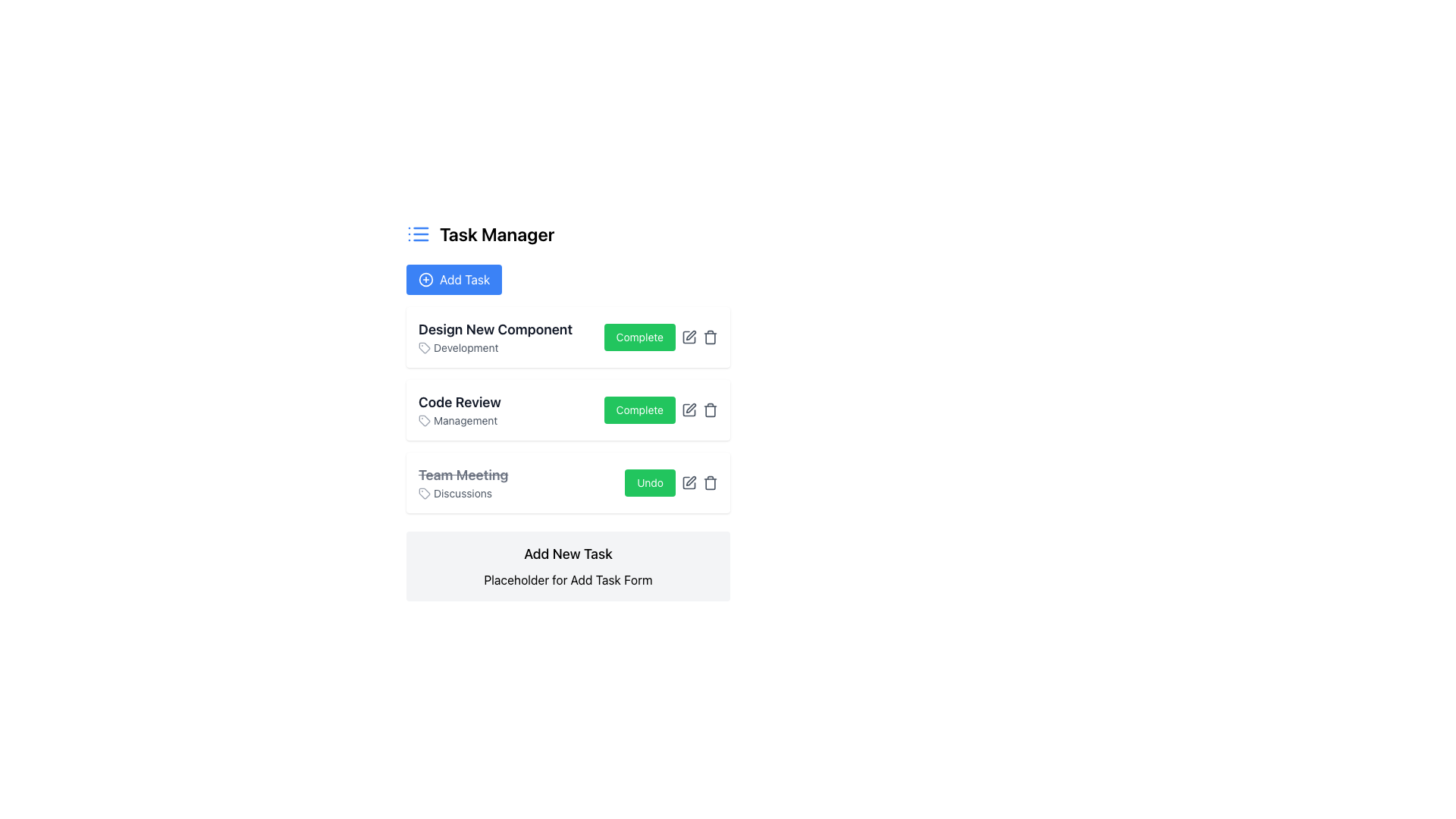 This screenshot has height=819, width=1456. What do you see at coordinates (709, 409) in the screenshot?
I see `the trash can icon button located to the far right of the 'Code Review' task in the task list under the 'Task Manager' header` at bounding box center [709, 409].